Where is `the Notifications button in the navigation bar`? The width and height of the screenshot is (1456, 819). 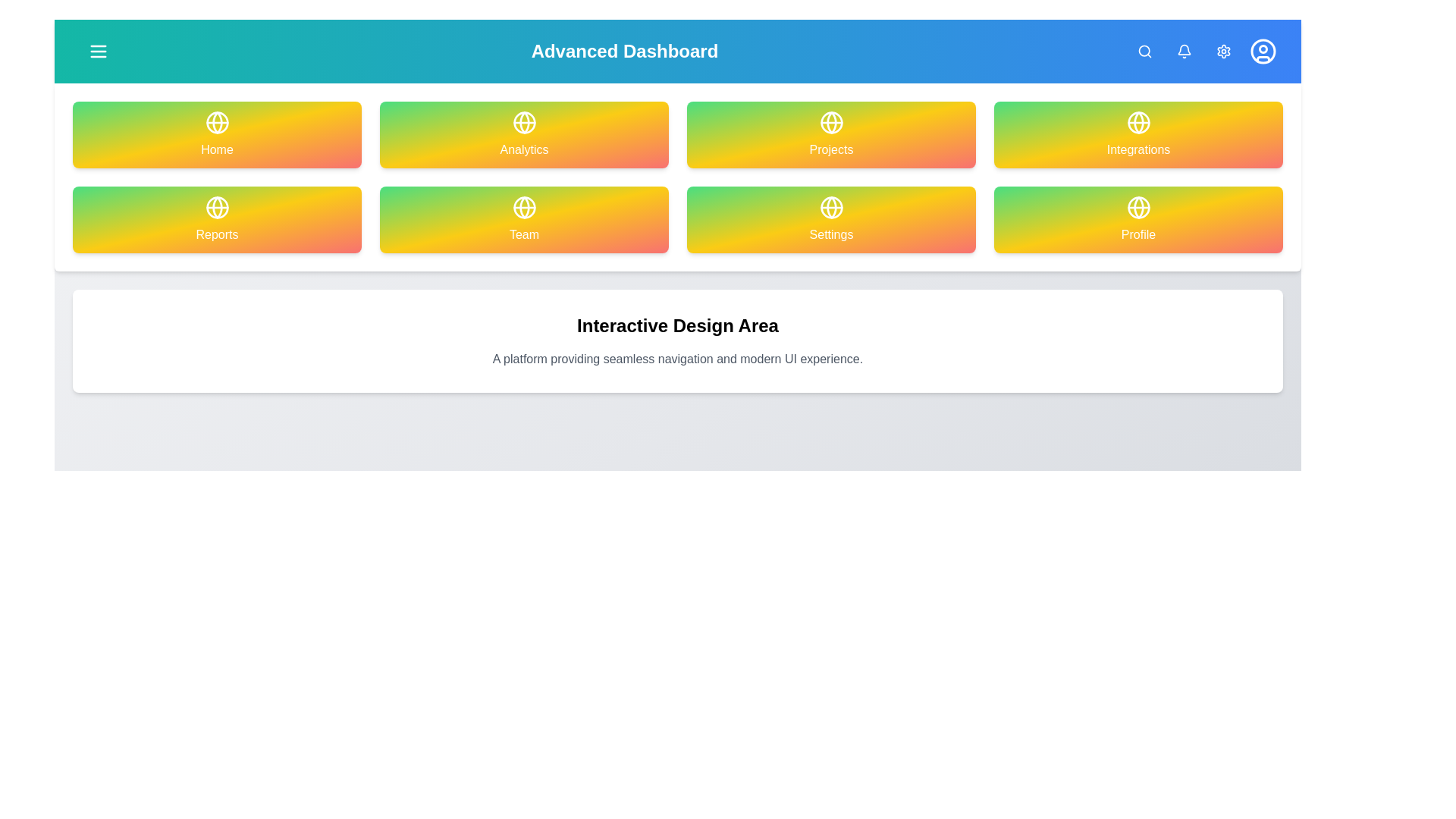
the Notifications button in the navigation bar is located at coordinates (1183, 51).